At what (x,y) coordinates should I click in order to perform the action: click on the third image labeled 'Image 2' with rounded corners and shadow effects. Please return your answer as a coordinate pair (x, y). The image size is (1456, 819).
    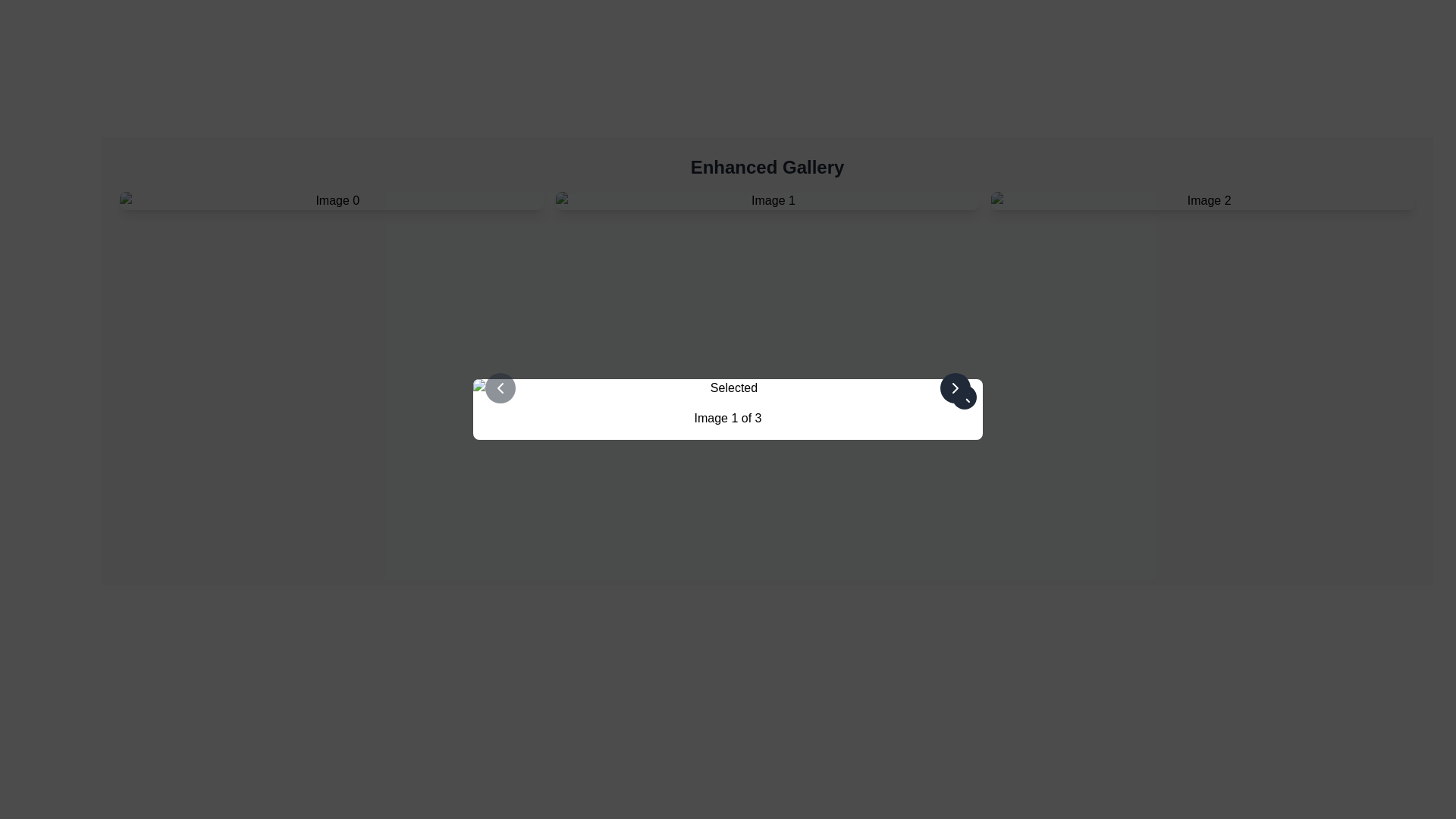
    Looking at the image, I should click on (1202, 200).